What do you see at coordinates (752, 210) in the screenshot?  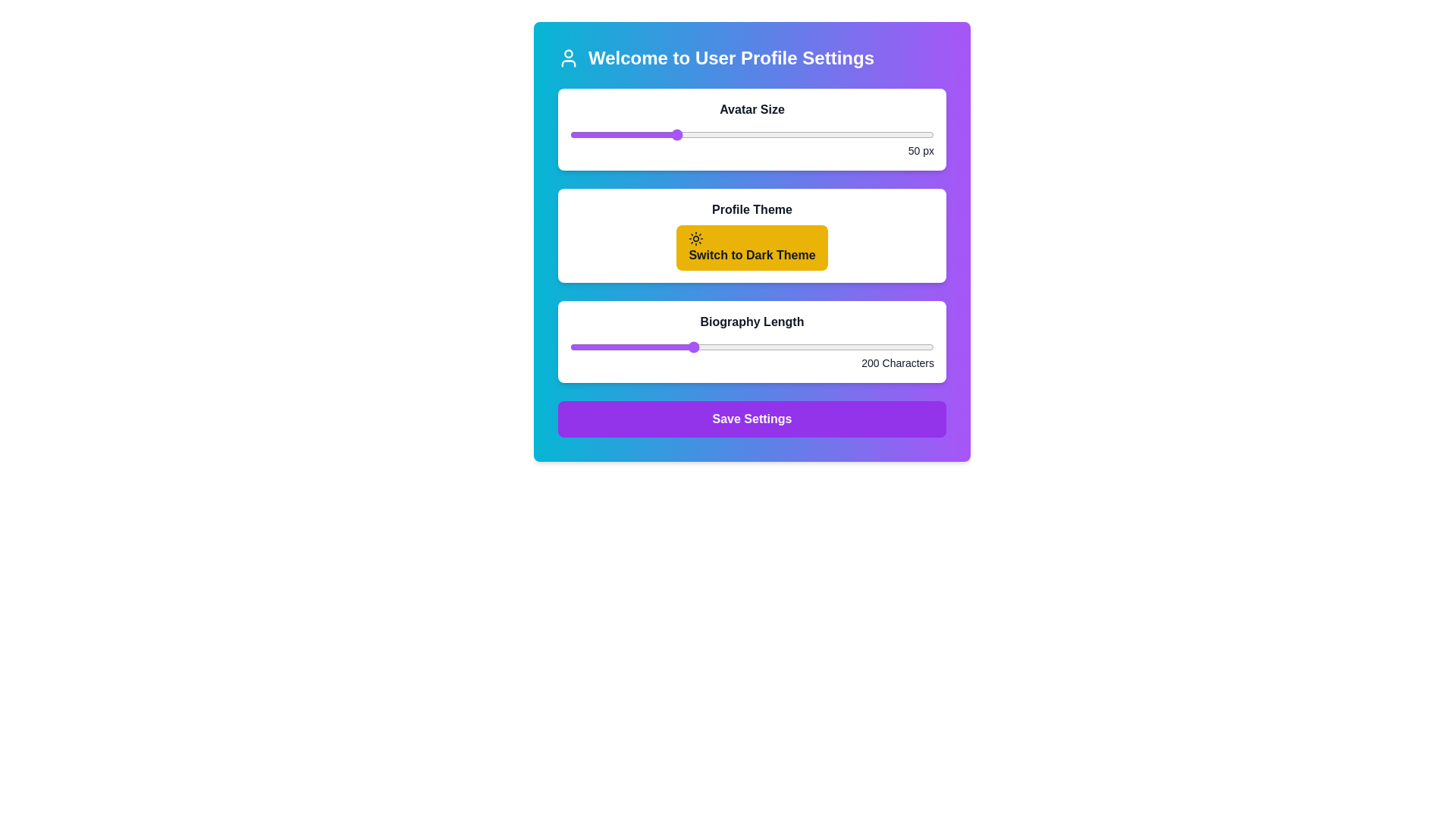 I see `the static text label that reads 'Profile Theme', which is bold and semibold, located in the upper part of a white rectangular box` at bounding box center [752, 210].